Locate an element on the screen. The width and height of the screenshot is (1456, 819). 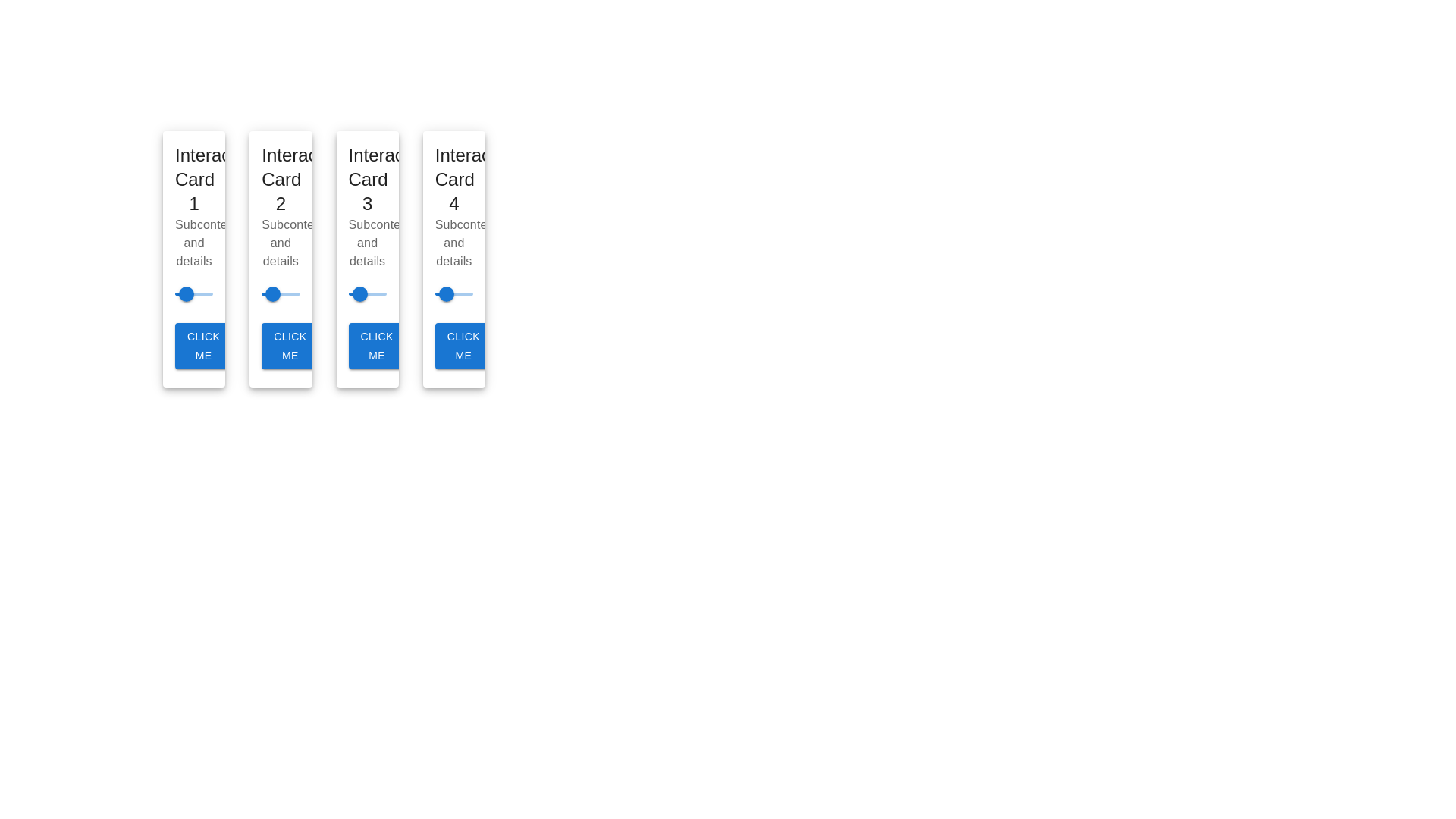
the static text label that serves as the title for the third card (Interactive Card 3) in a horizontally arranged group of four identical cards is located at coordinates (367, 179).